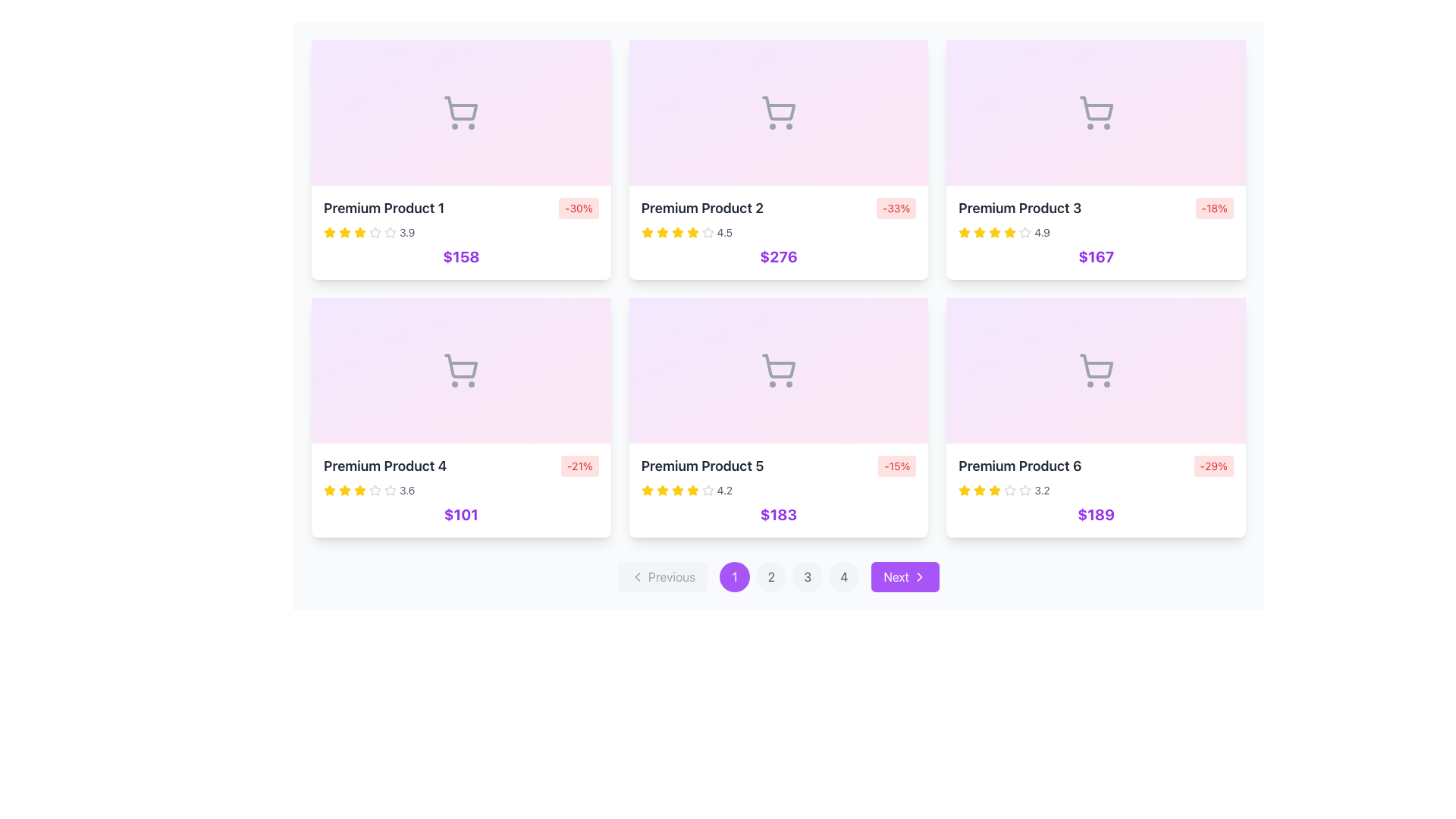  I want to click on the first rating star icon for 'Premium Product 6', which visually represents the first level in the star rating system, located in the lower section of the product card, so click(995, 490).